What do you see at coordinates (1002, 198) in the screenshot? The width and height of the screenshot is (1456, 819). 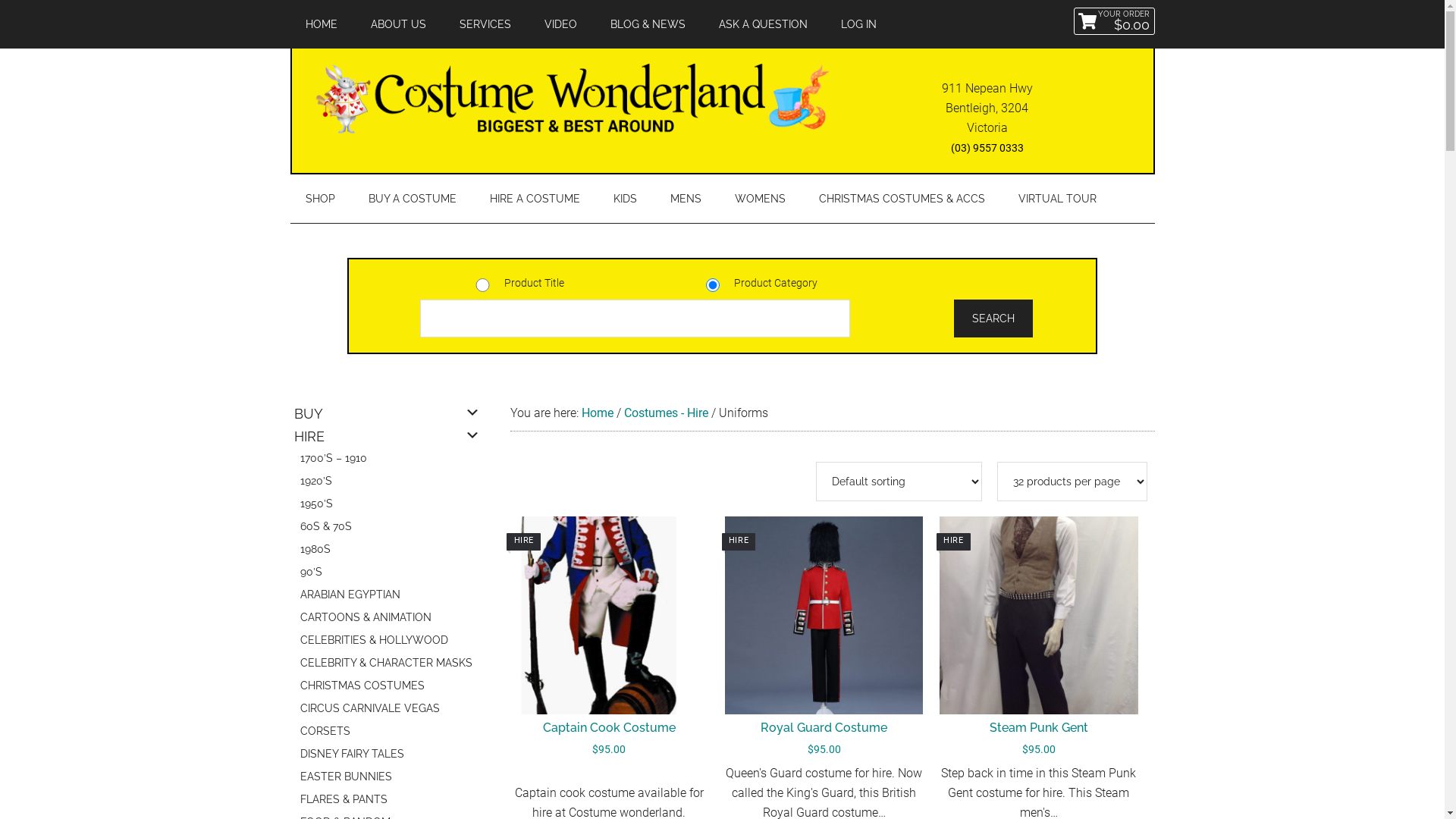 I see `'VIRTUAL TOUR'` at bounding box center [1002, 198].